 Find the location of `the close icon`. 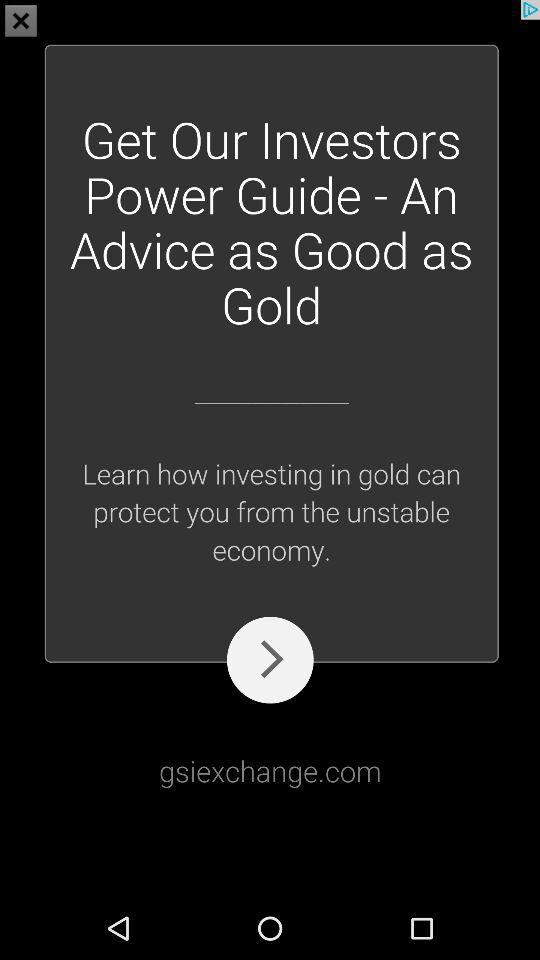

the close icon is located at coordinates (20, 21).